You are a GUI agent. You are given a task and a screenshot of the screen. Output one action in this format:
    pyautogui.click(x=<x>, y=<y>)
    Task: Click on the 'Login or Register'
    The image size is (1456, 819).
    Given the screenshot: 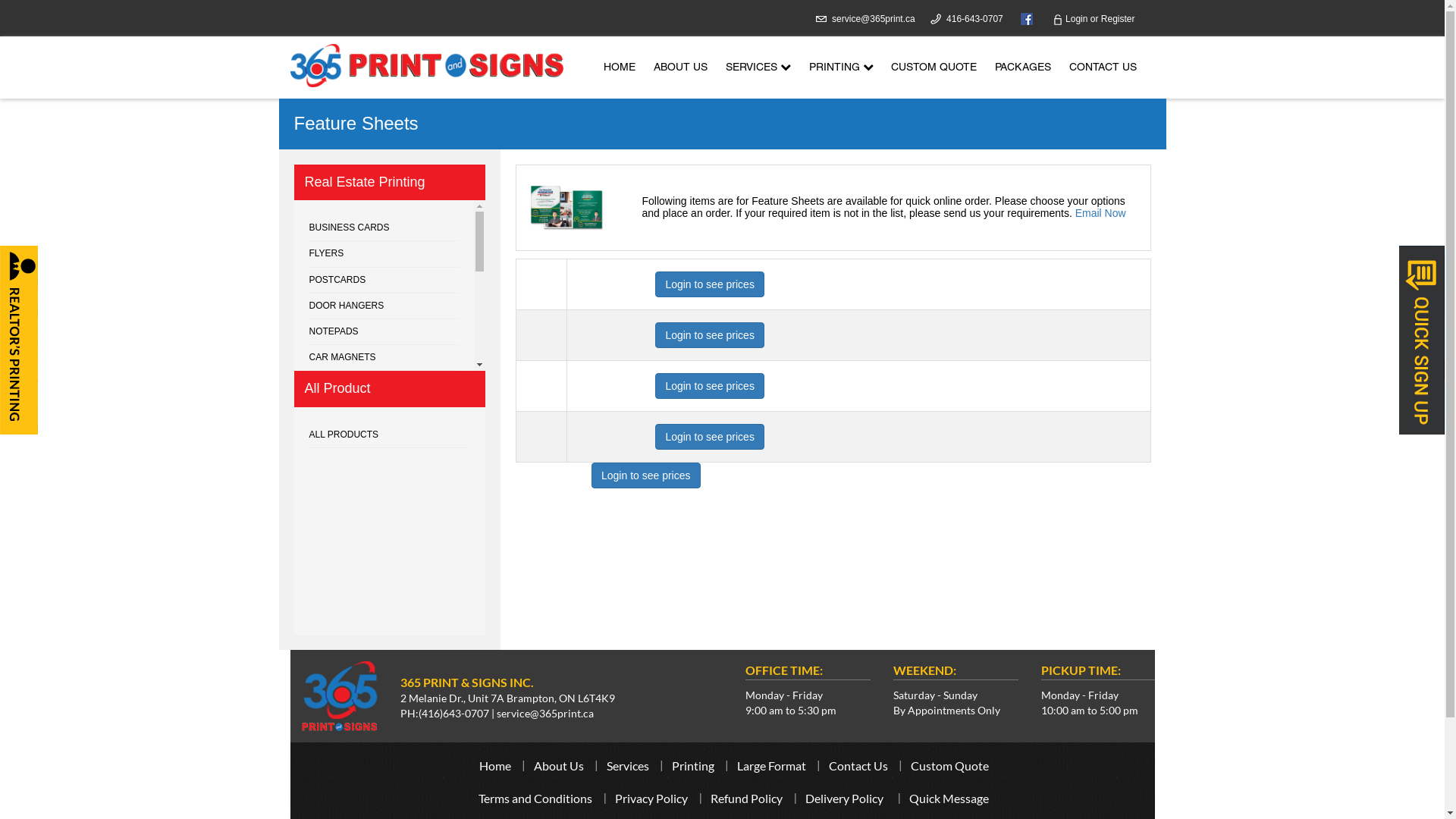 What is the action you would take?
    pyautogui.click(x=1094, y=18)
    